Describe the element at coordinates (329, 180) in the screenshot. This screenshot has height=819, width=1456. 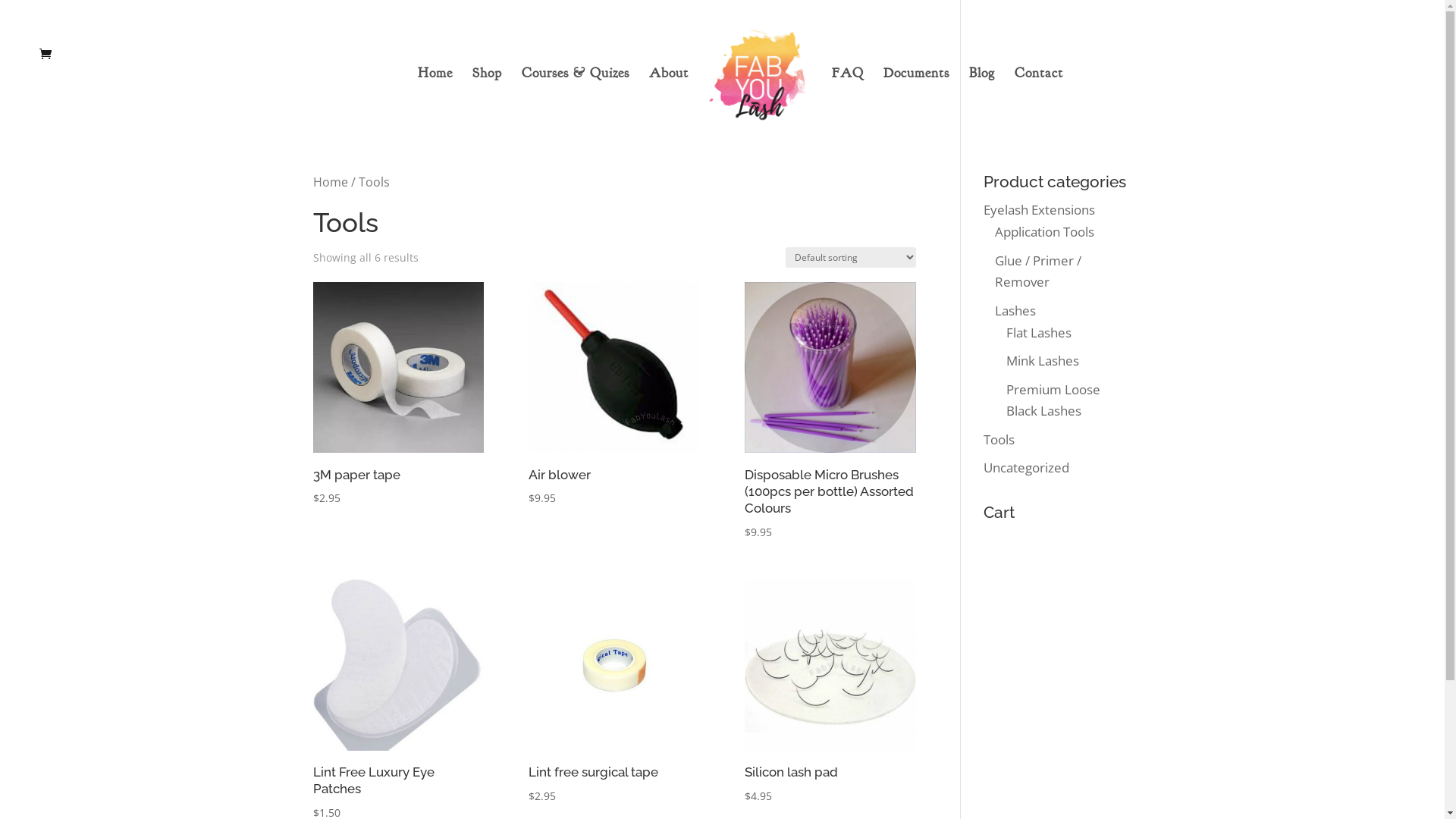
I see `'Home'` at that location.